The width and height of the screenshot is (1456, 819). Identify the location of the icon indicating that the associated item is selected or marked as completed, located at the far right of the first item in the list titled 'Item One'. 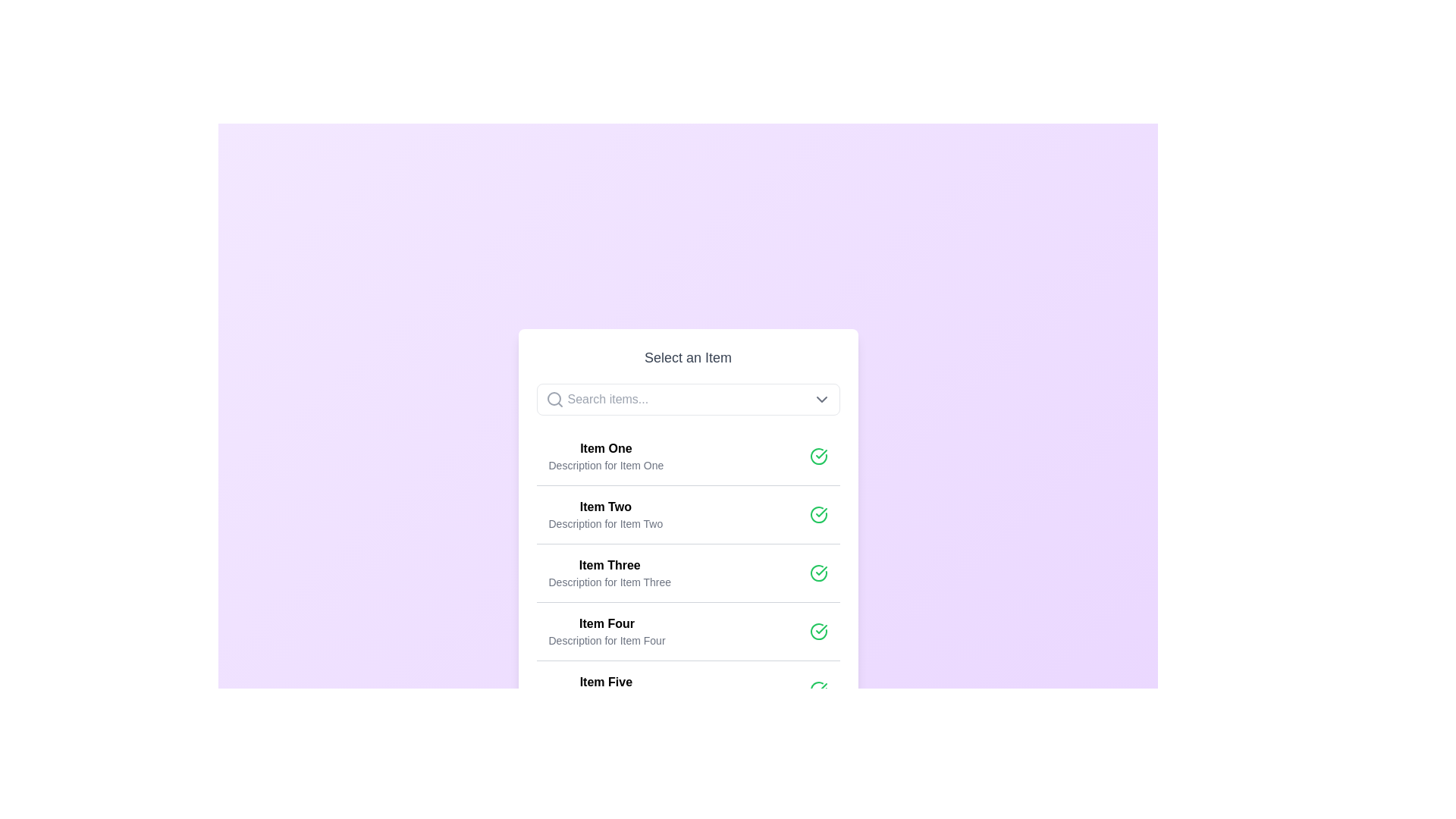
(817, 455).